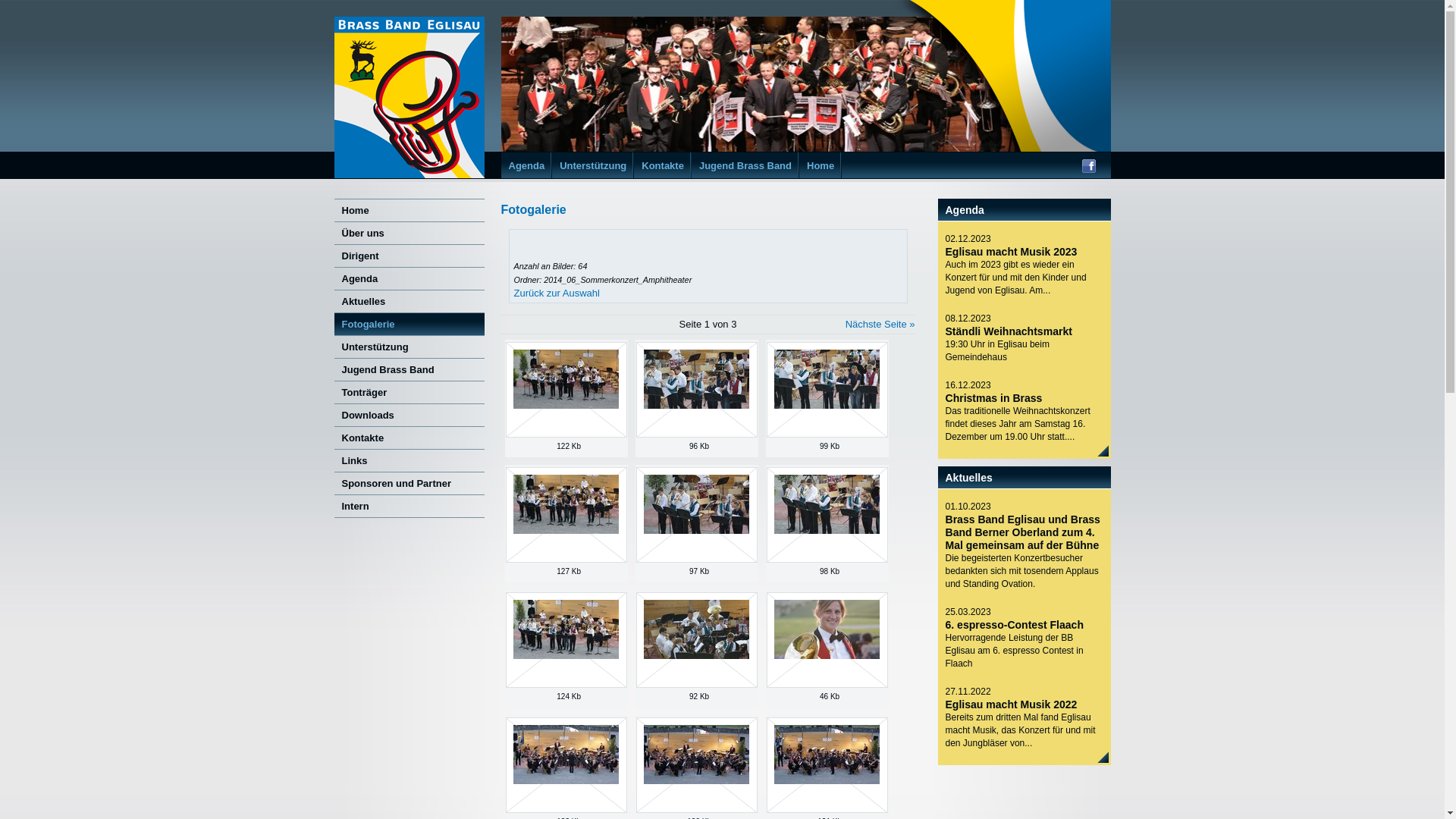 Image resolution: width=1456 pixels, height=819 pixels. What do you see at coordinates (408, 482) in the screenshot?
I see `'Sponsoren und Partner'` at bounding box center [408, 482].